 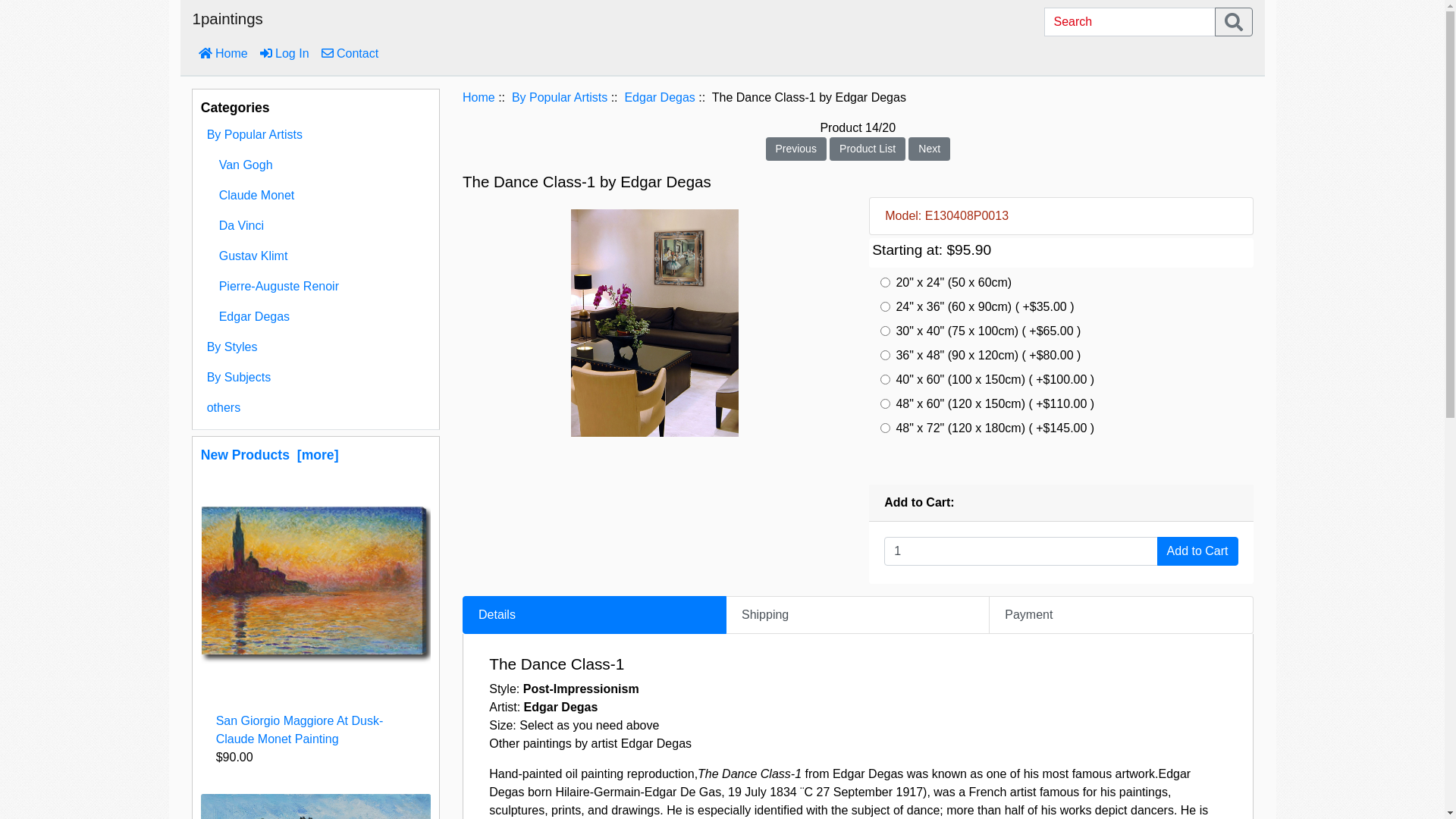 What do you see at coordinates (315, 315) in the screenshot?
I see `'Edgar Degas'` at bounding box center [315, 315].